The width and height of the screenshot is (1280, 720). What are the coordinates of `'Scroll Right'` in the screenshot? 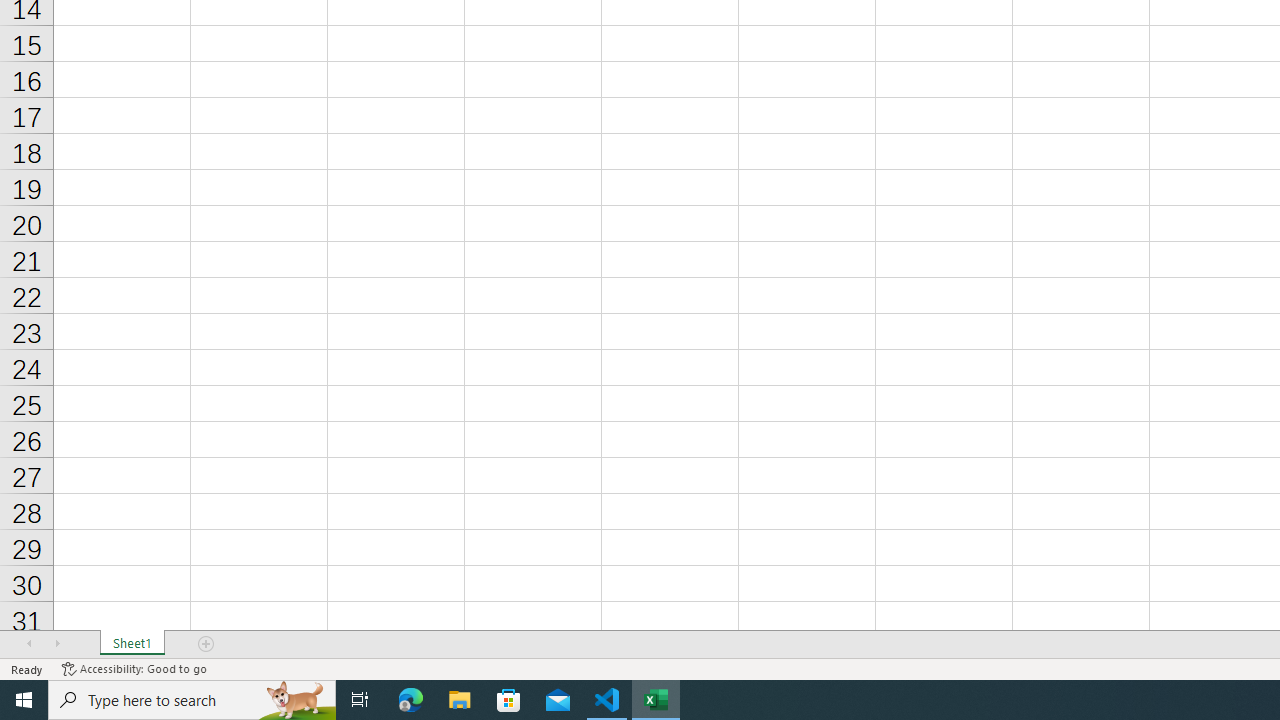 It's located at (57, 644).